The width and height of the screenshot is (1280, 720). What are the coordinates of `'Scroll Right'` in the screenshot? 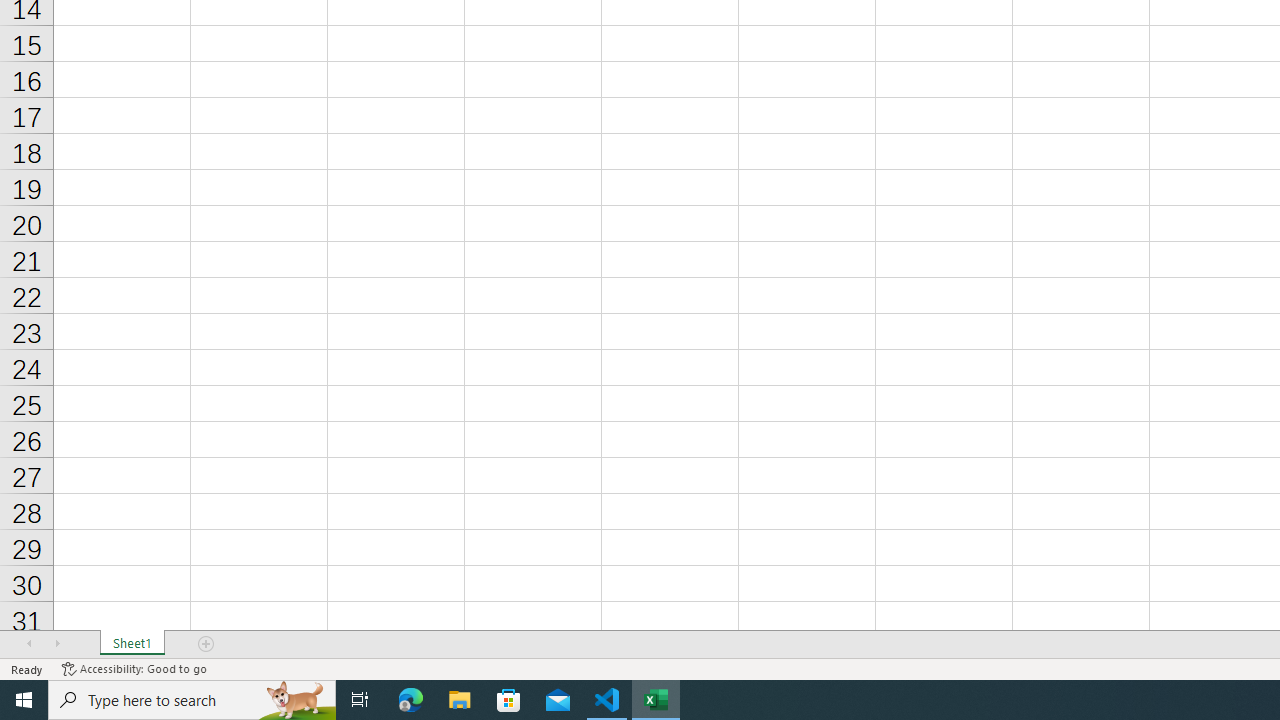 It's located at (57, 644).